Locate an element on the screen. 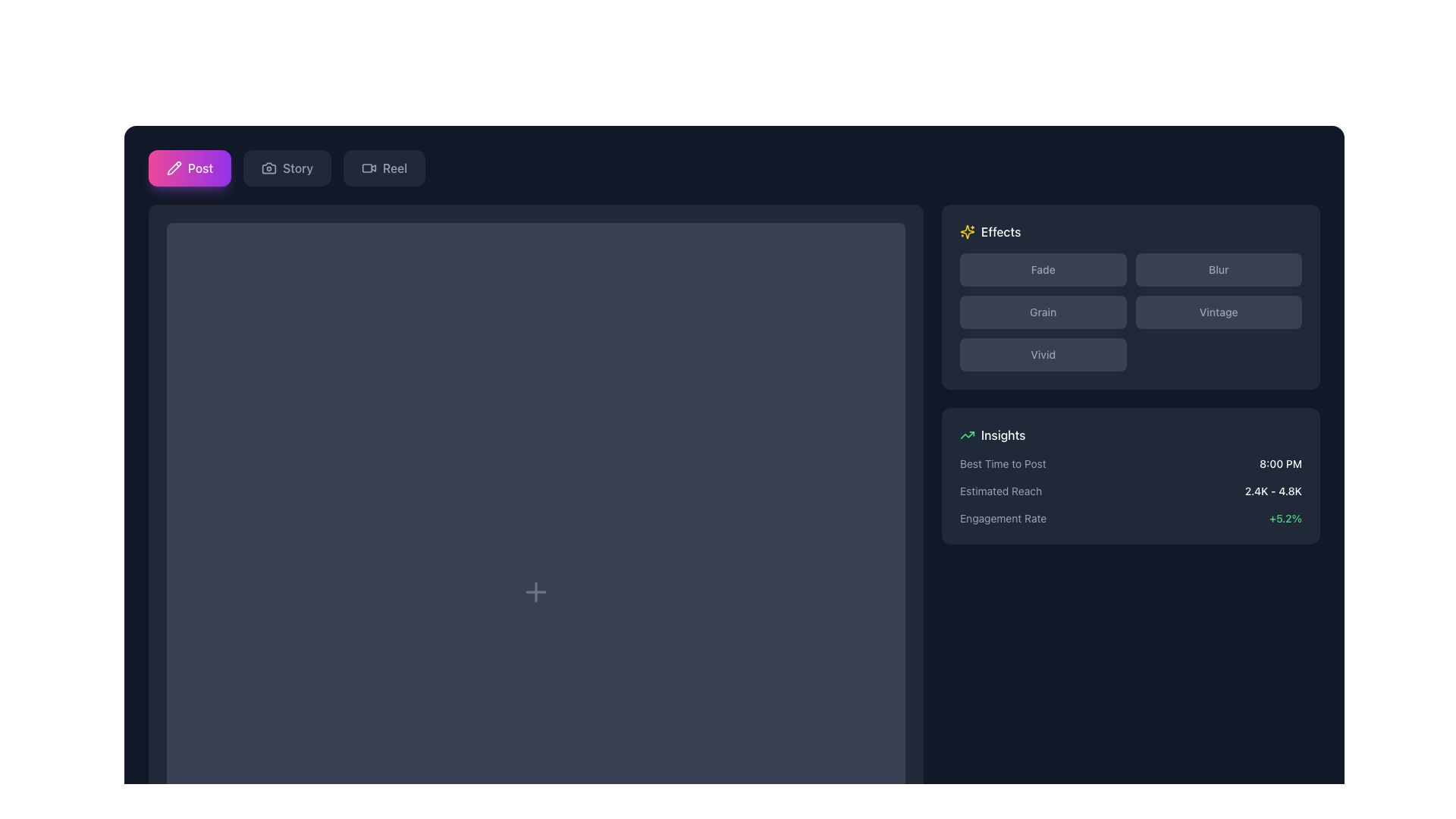 The image size is (1456, 819). the first button on the left in the horizontal row of buttons to initiate post creation is located at coordinates (189, 168).